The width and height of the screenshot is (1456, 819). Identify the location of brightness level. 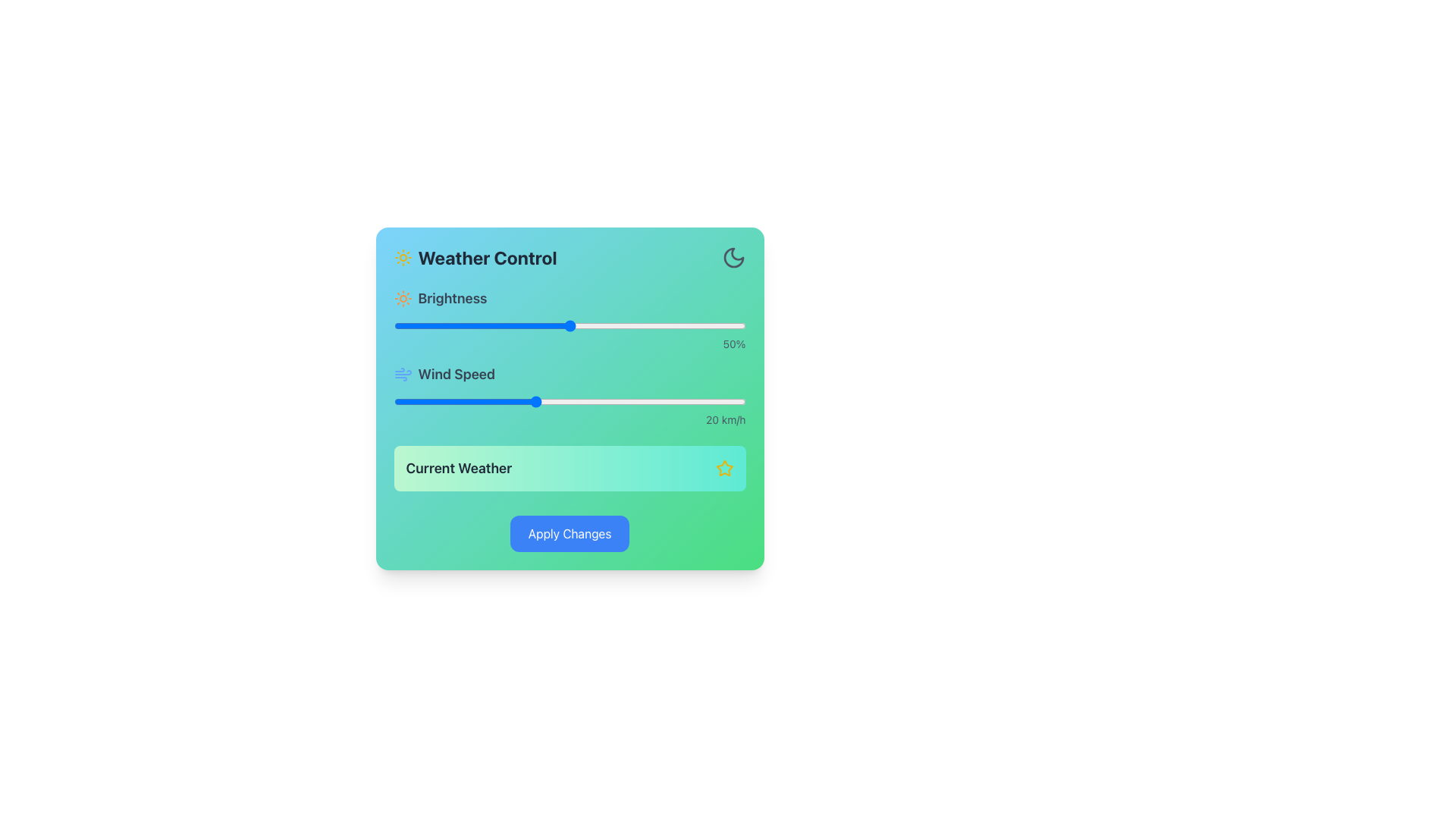
(604, 325).